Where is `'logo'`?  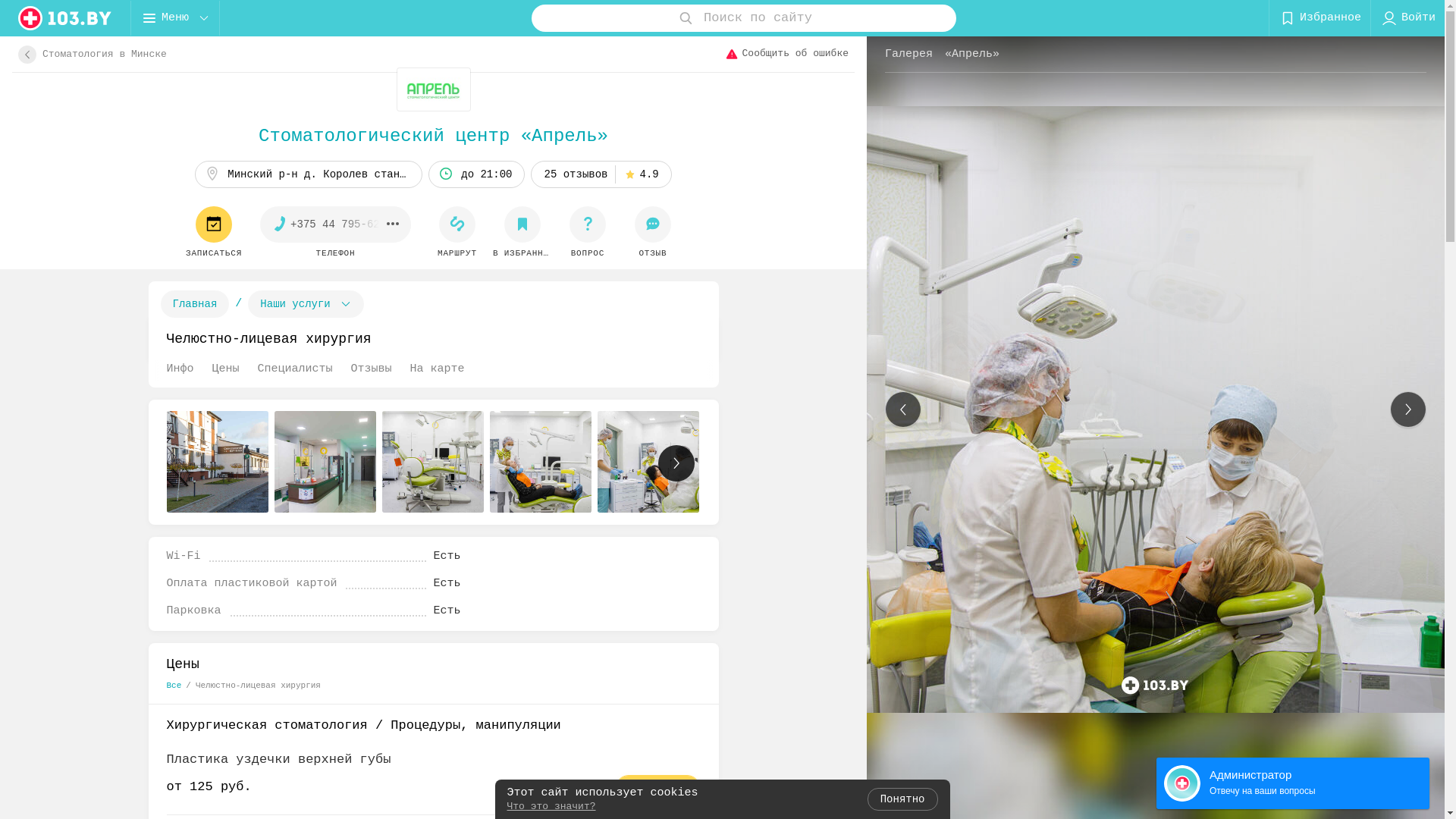 'logo' is located at coordinates (64, 17).